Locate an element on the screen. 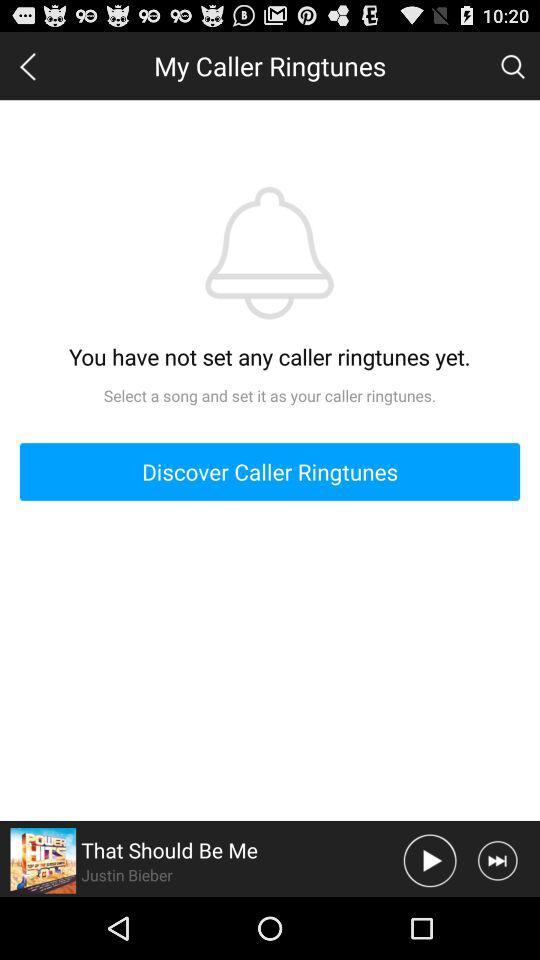  artist is located at coordinates (43, 859).